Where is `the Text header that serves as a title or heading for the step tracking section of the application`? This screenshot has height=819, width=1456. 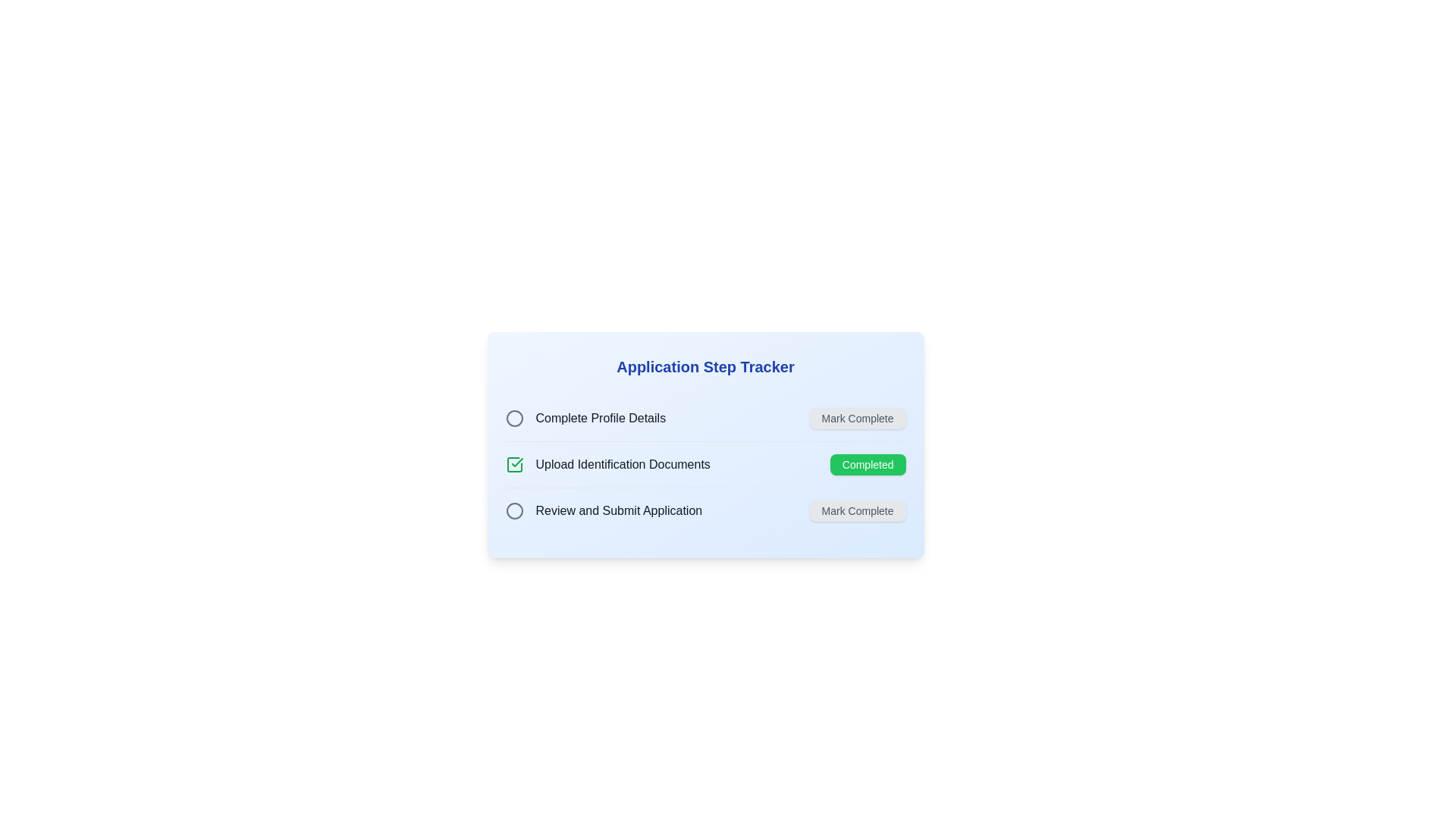
the Text header that serves as a title or heading for the step tracking section of the application is located at coordinates (704, 366).